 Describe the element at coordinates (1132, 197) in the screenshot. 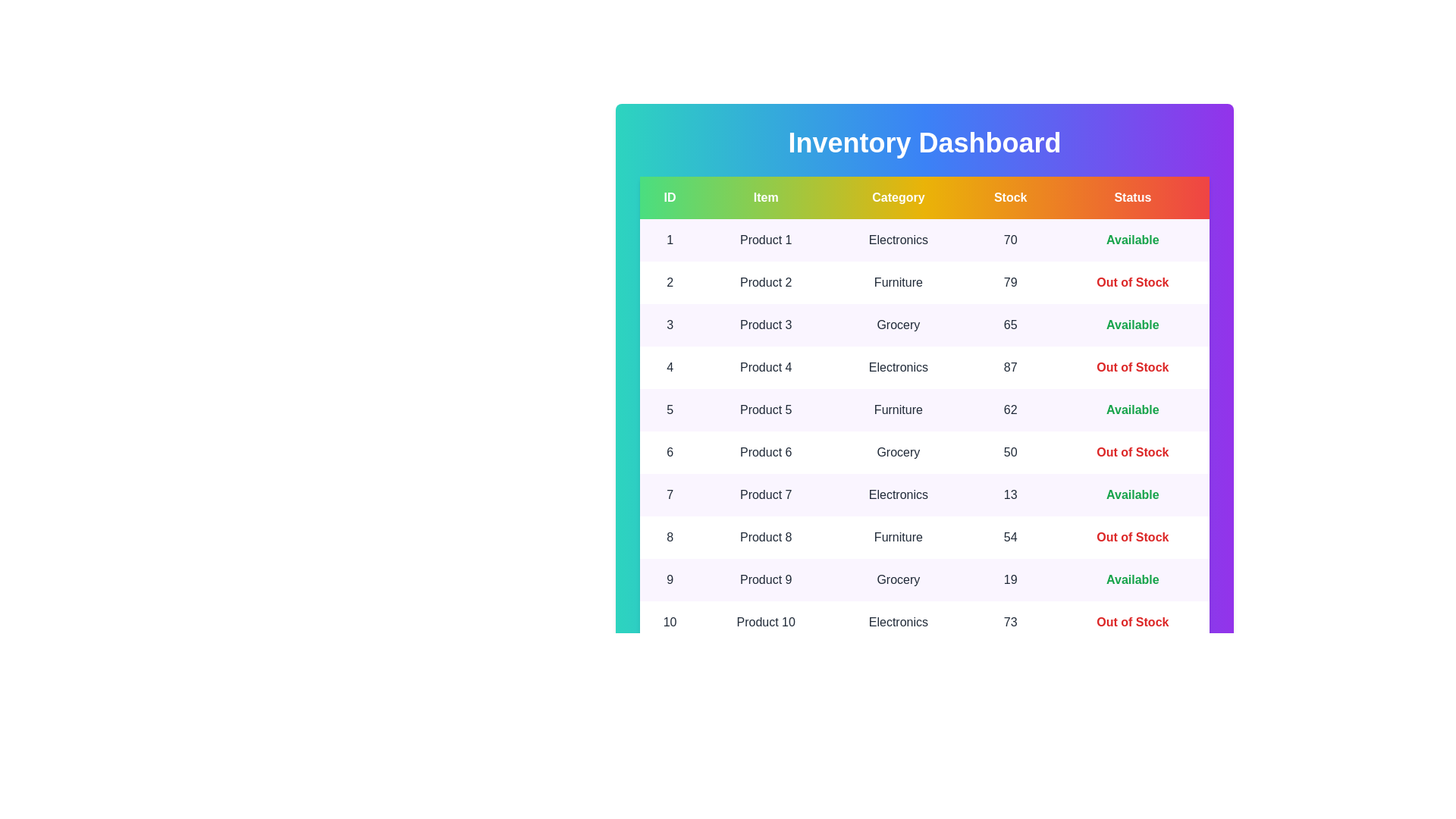

I see `the table header Status to sort the table by that column` at that location.